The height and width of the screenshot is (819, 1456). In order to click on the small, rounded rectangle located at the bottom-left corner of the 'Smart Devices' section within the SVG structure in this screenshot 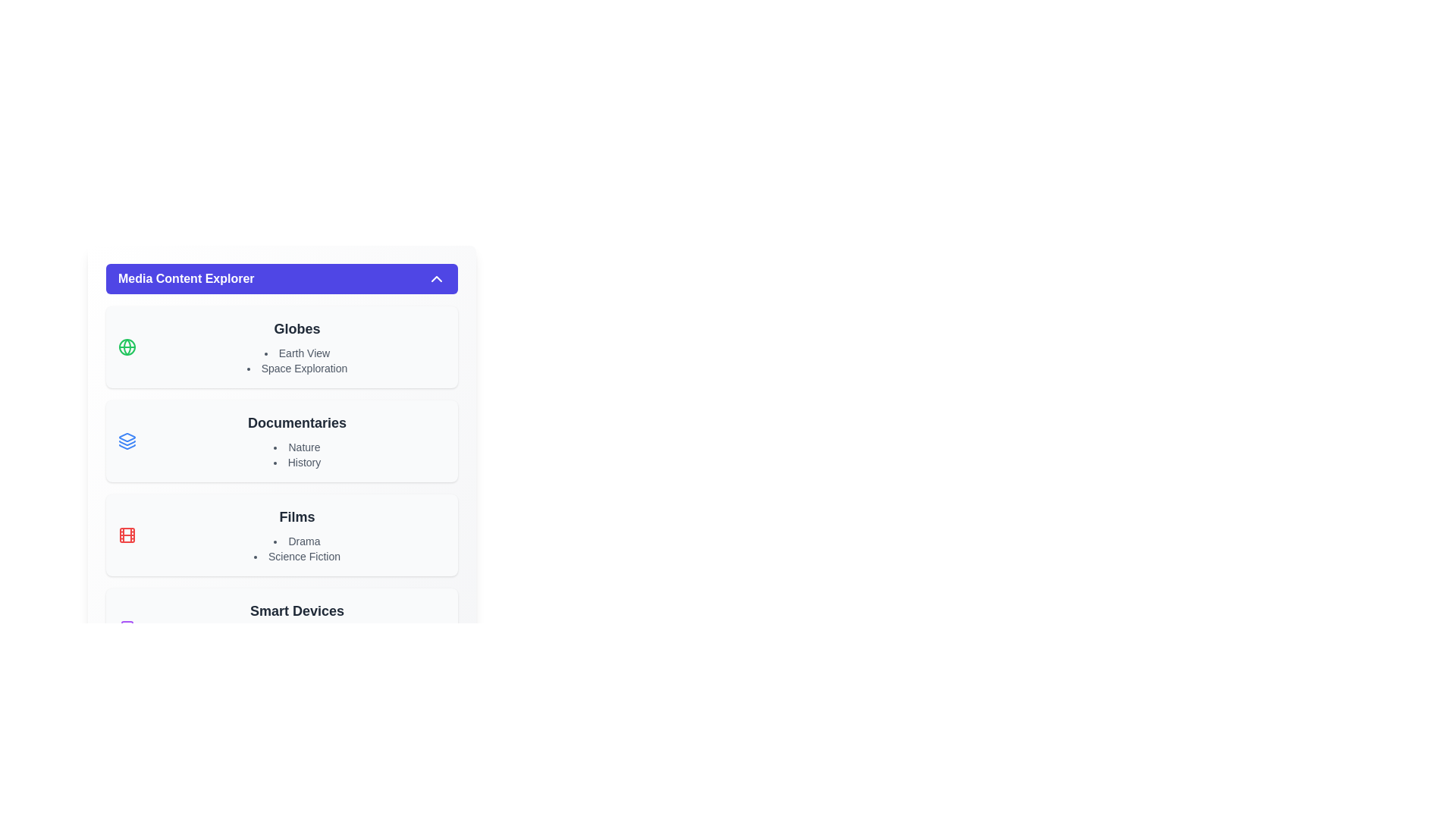, I will do `click(127, 629)`.